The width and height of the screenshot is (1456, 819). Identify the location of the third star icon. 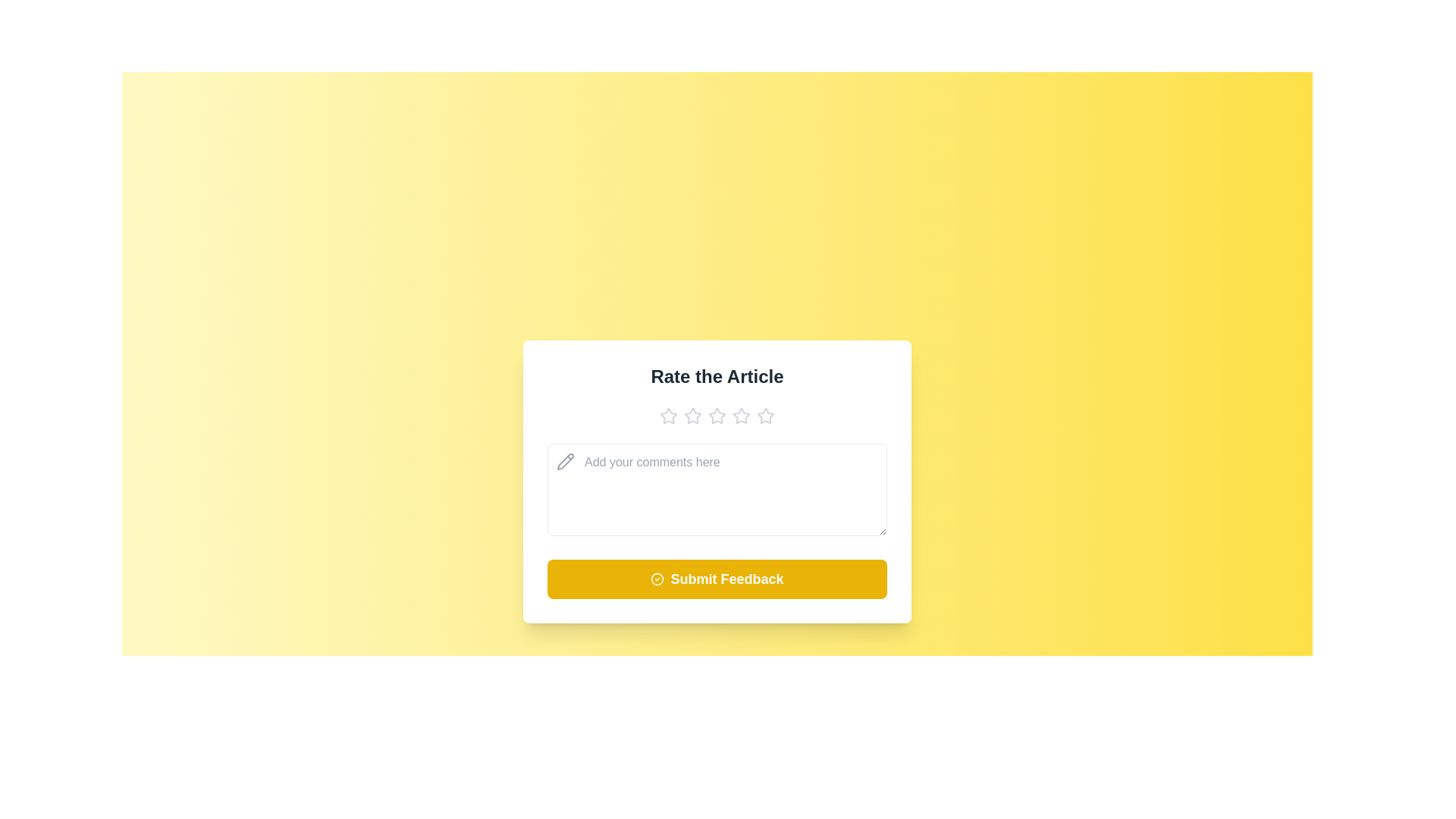
(716, 415).